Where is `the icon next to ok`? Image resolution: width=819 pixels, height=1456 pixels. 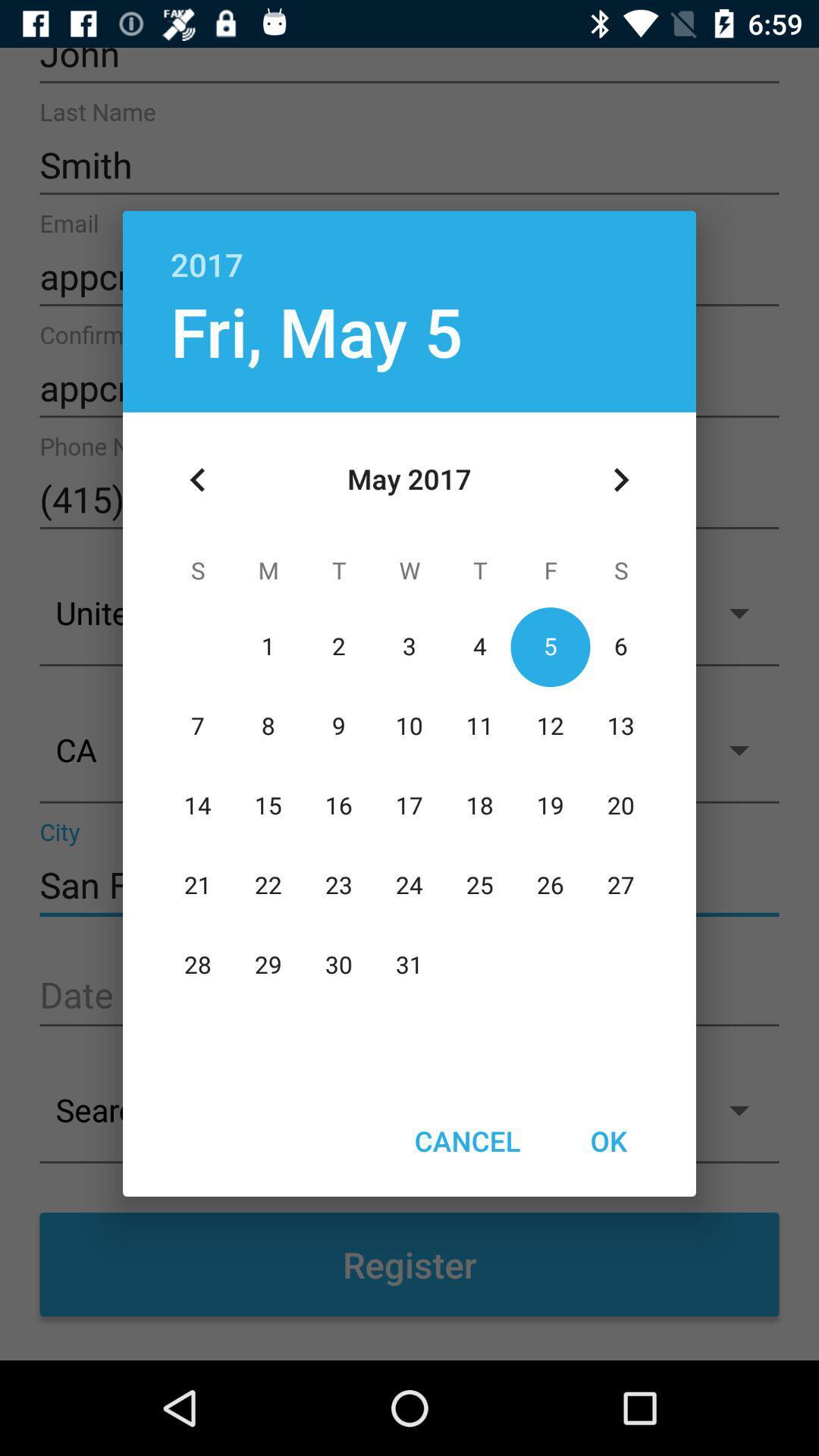 the icon next to ok is located at coordinates (466, 1141).